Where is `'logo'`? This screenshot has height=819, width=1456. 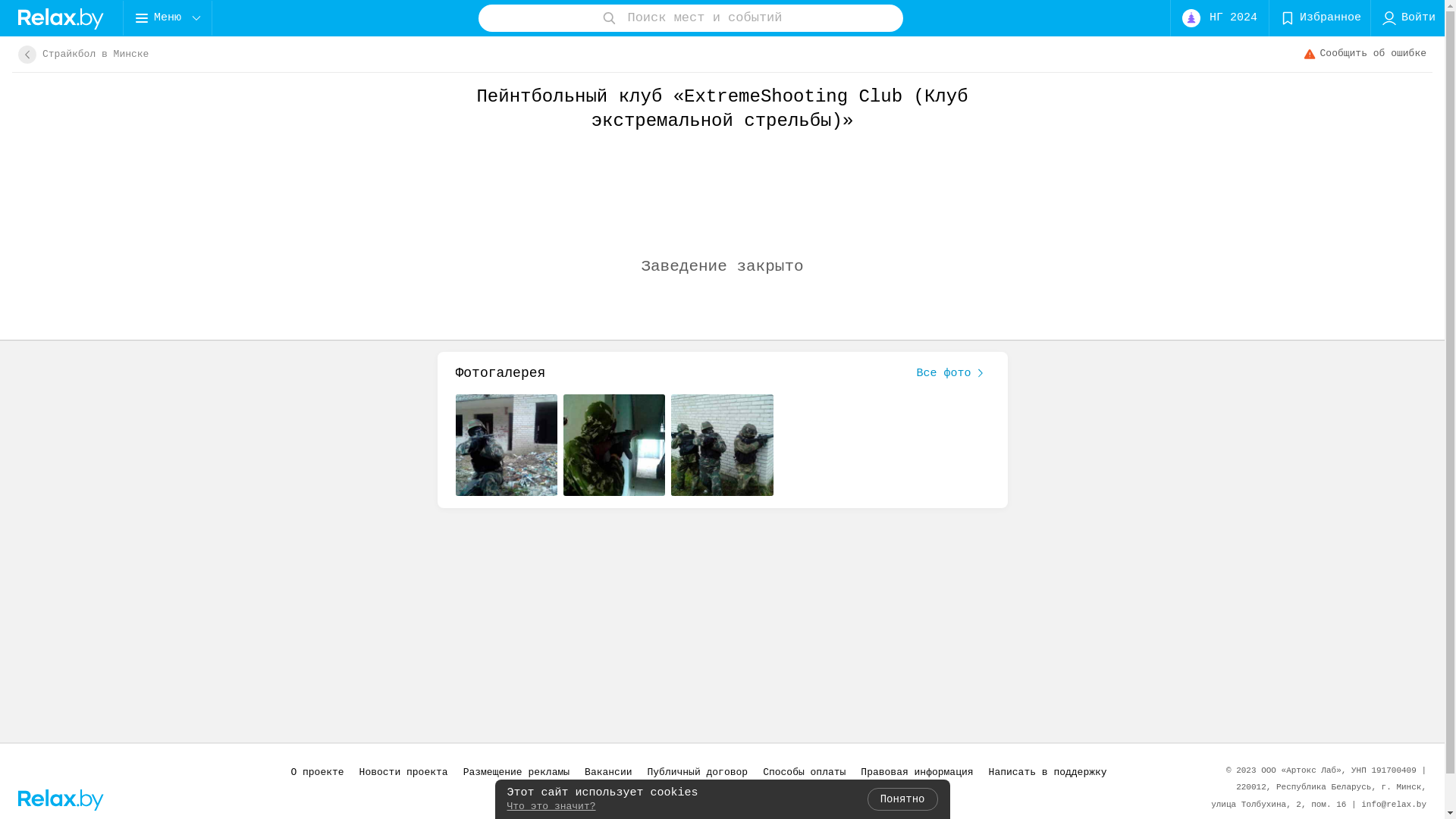 'logo' is located at coordinates (61, 17).